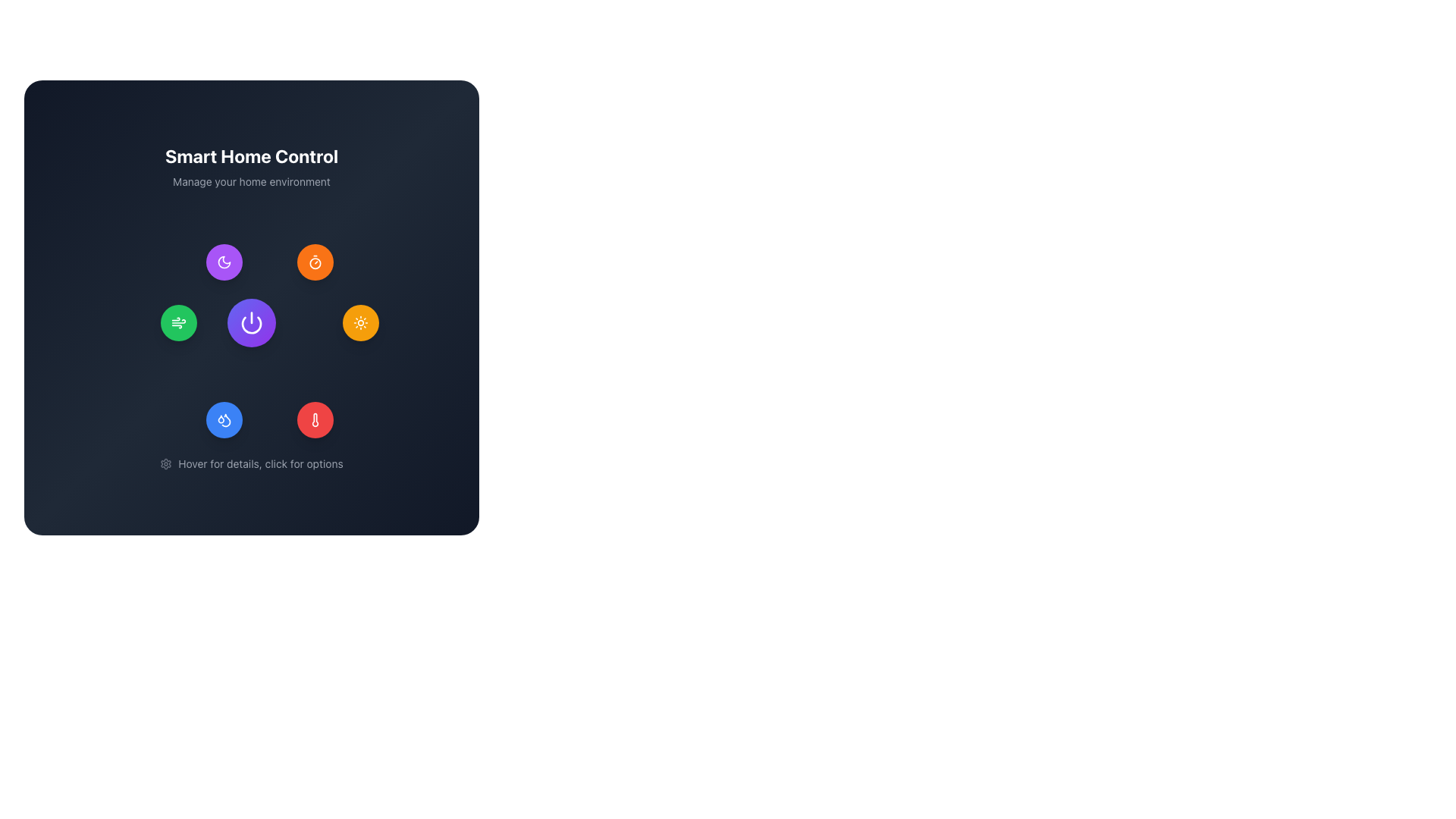  I want to click on the air or wind control icon located at the top-left corner of the circular arrangement, which is within a circular green background, so click(178, 322).